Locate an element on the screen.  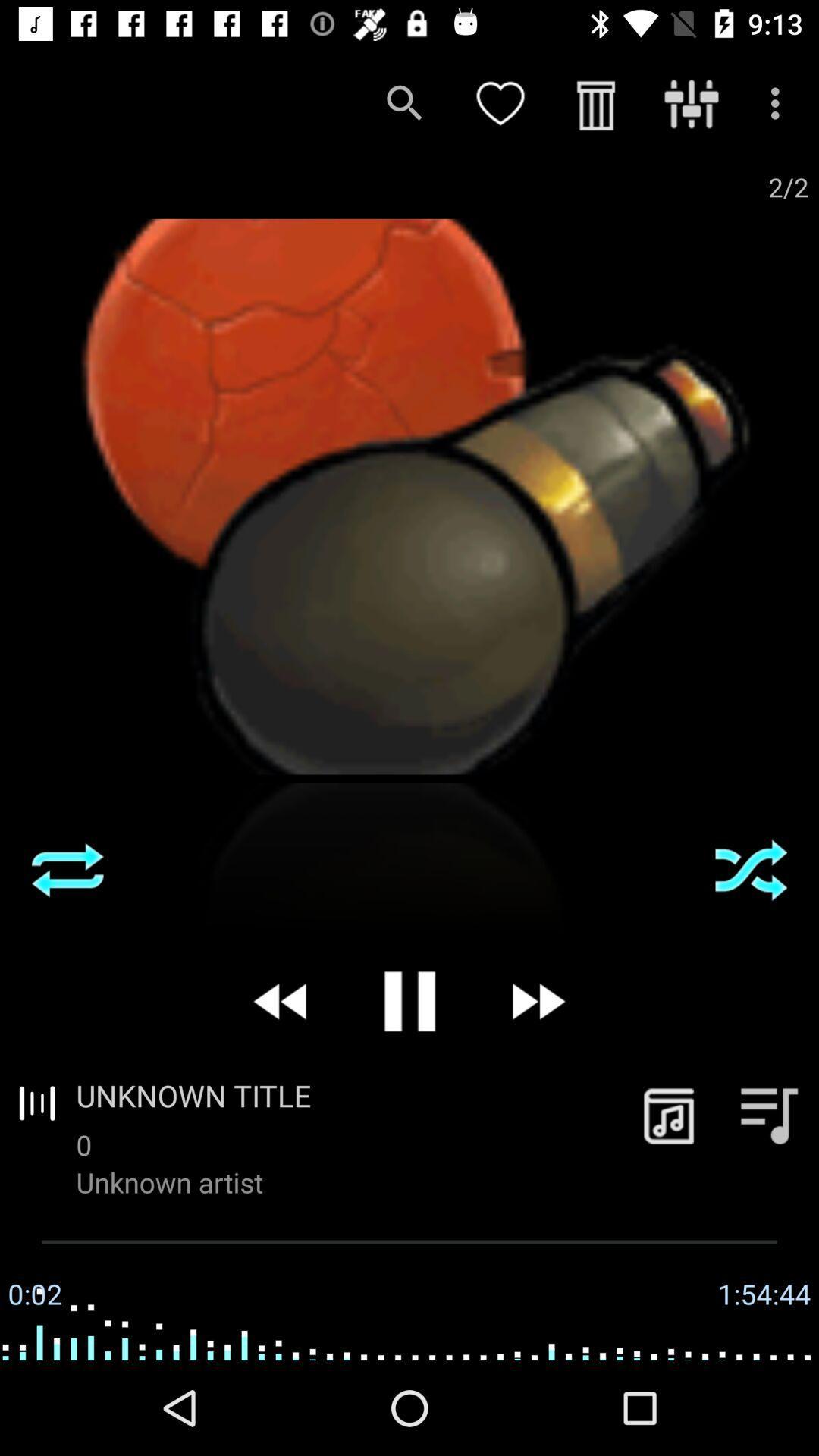
shuffle playlist is located at coordinates (751, 870).